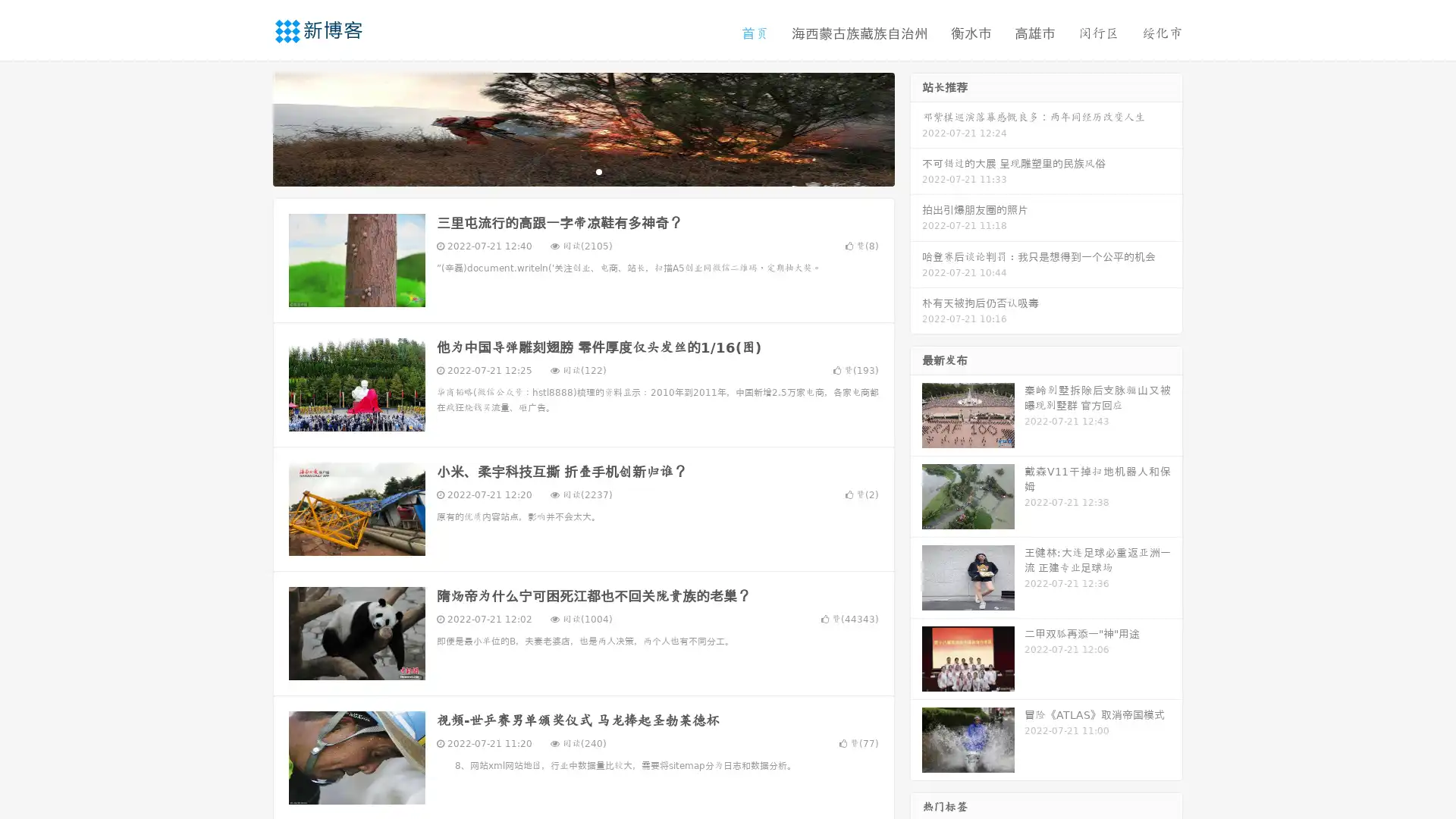 The width and height of the screenshot is (1456, 819). I want to click on Next slide, so click(916, 127).